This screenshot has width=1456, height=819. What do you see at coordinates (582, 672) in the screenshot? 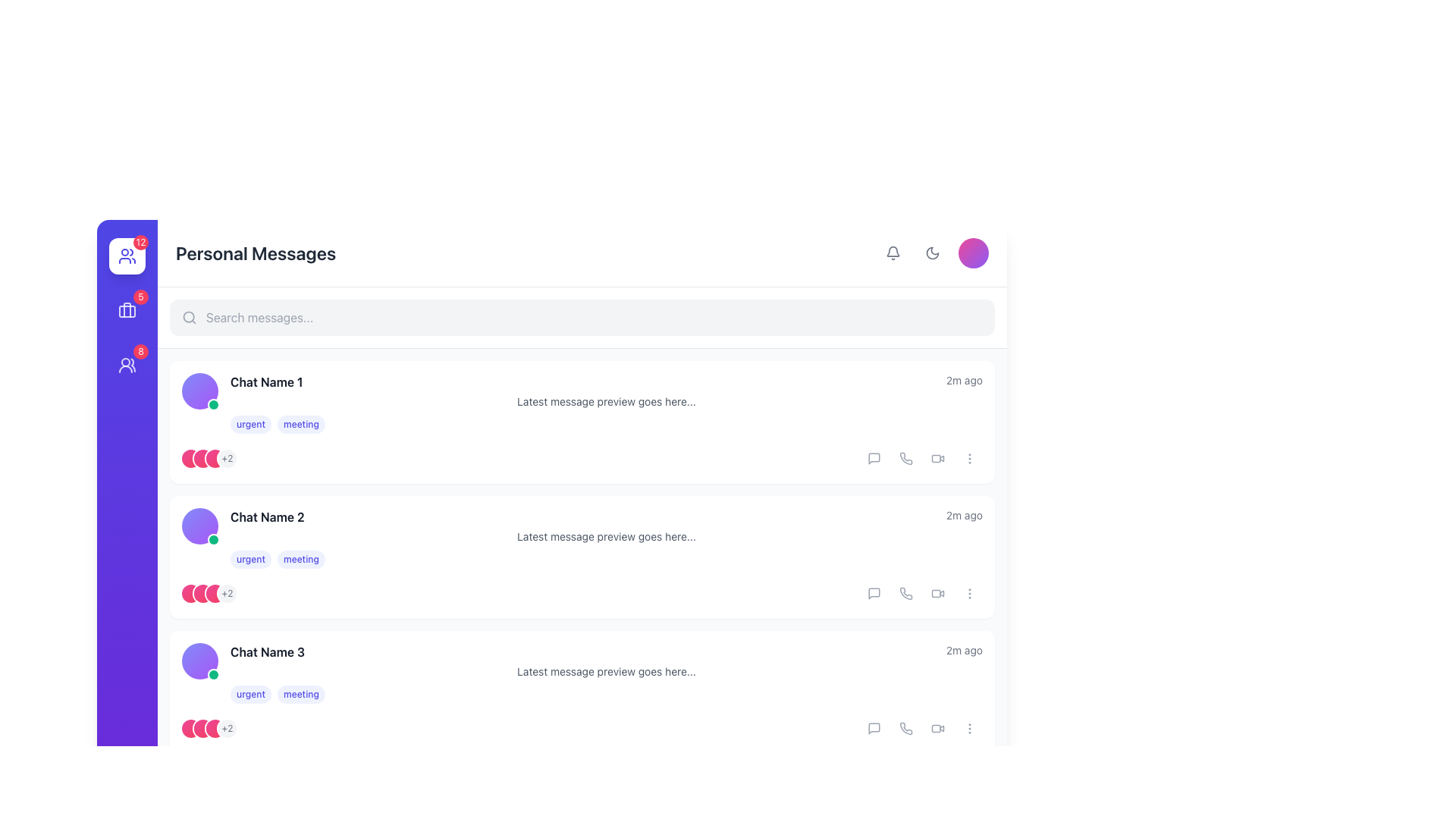
I see `the third list item element` at bounding box center [582, 672].